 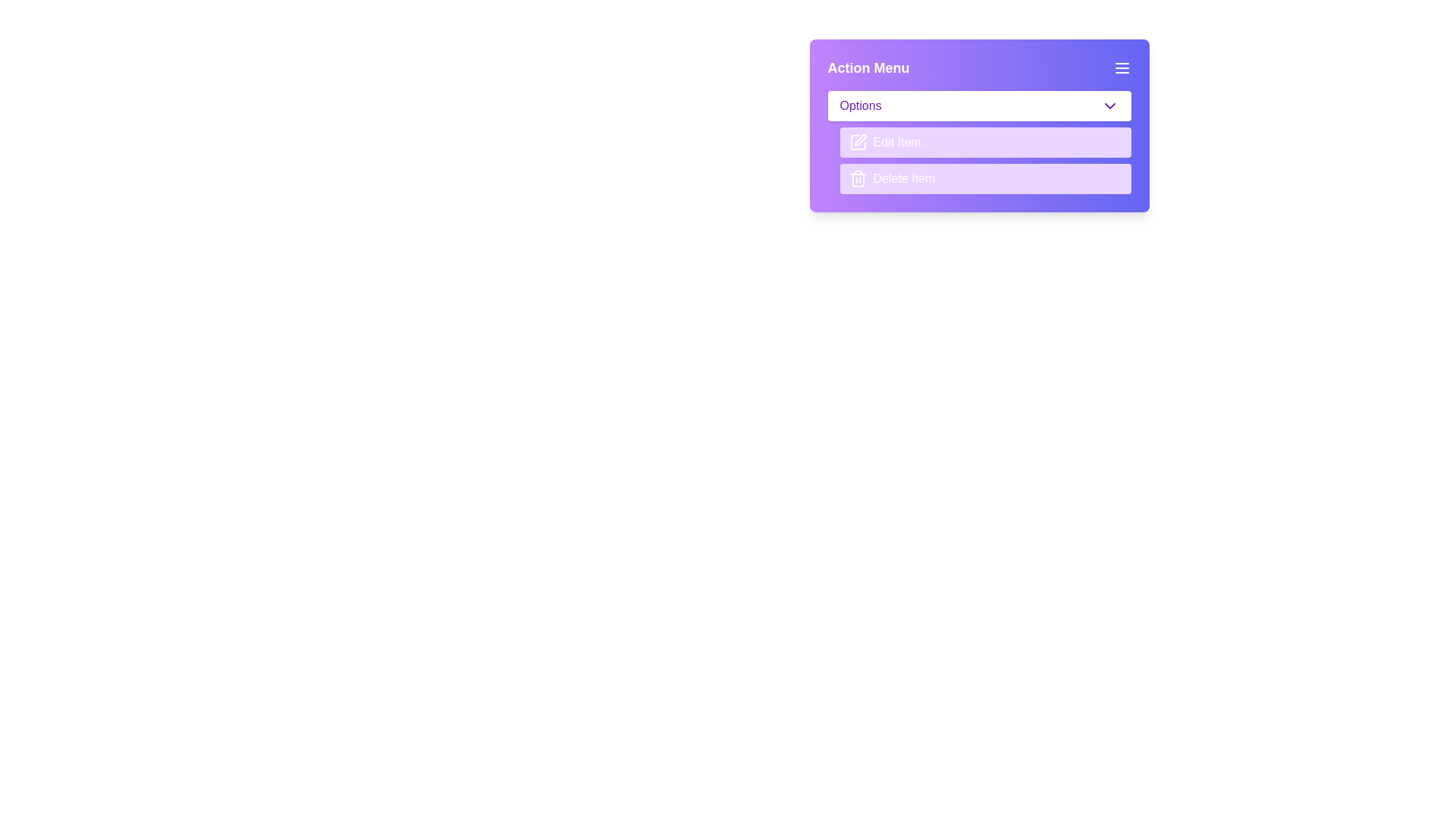 What do you see at coordinates (860, 140) in the screenshot?
I see `the decorative icon associated with the 'Edit Item' action, located to the left of the 'Edit Item' label in the action menu` at bounding box center [860, 140].